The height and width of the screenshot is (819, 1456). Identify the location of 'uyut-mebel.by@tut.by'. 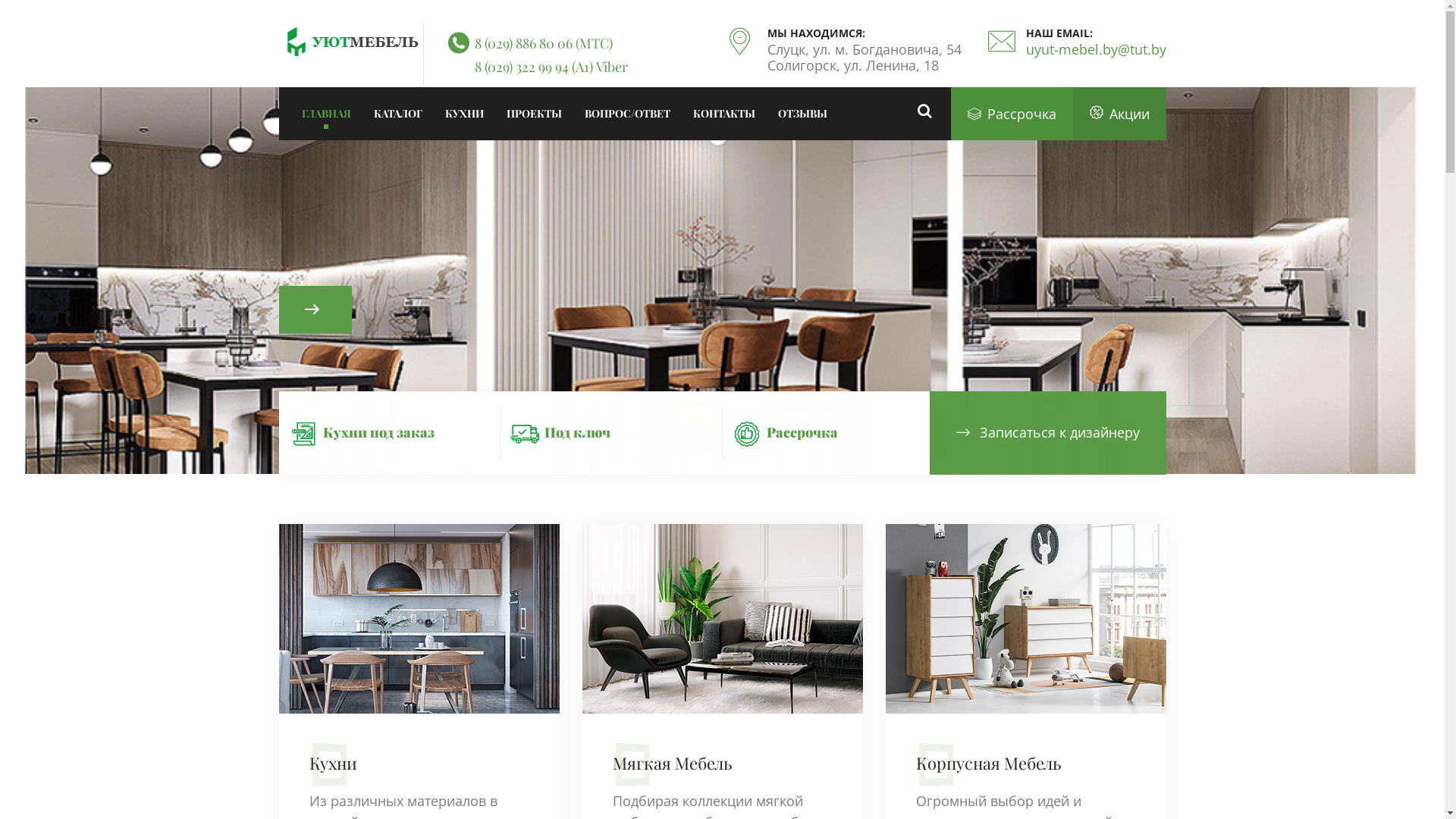
(1025, 49).